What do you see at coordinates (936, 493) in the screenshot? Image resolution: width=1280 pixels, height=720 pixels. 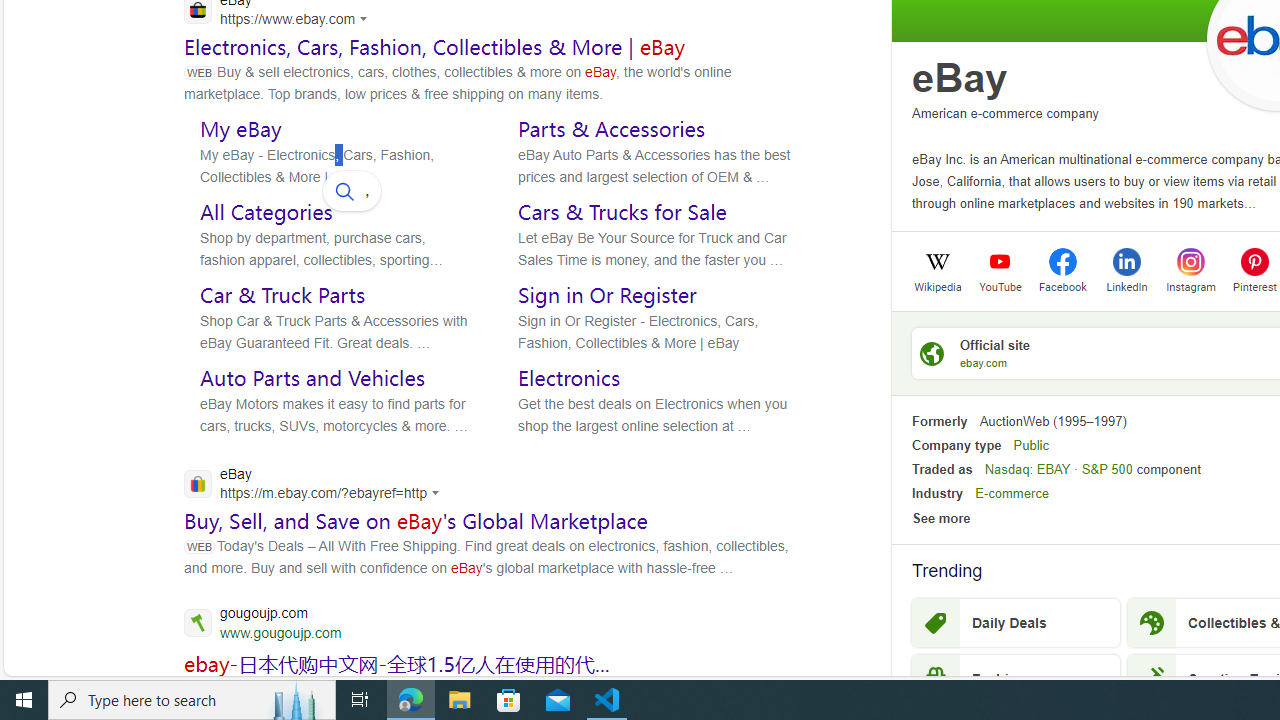 I see `'Industry'` at bounding box center [936, 493].